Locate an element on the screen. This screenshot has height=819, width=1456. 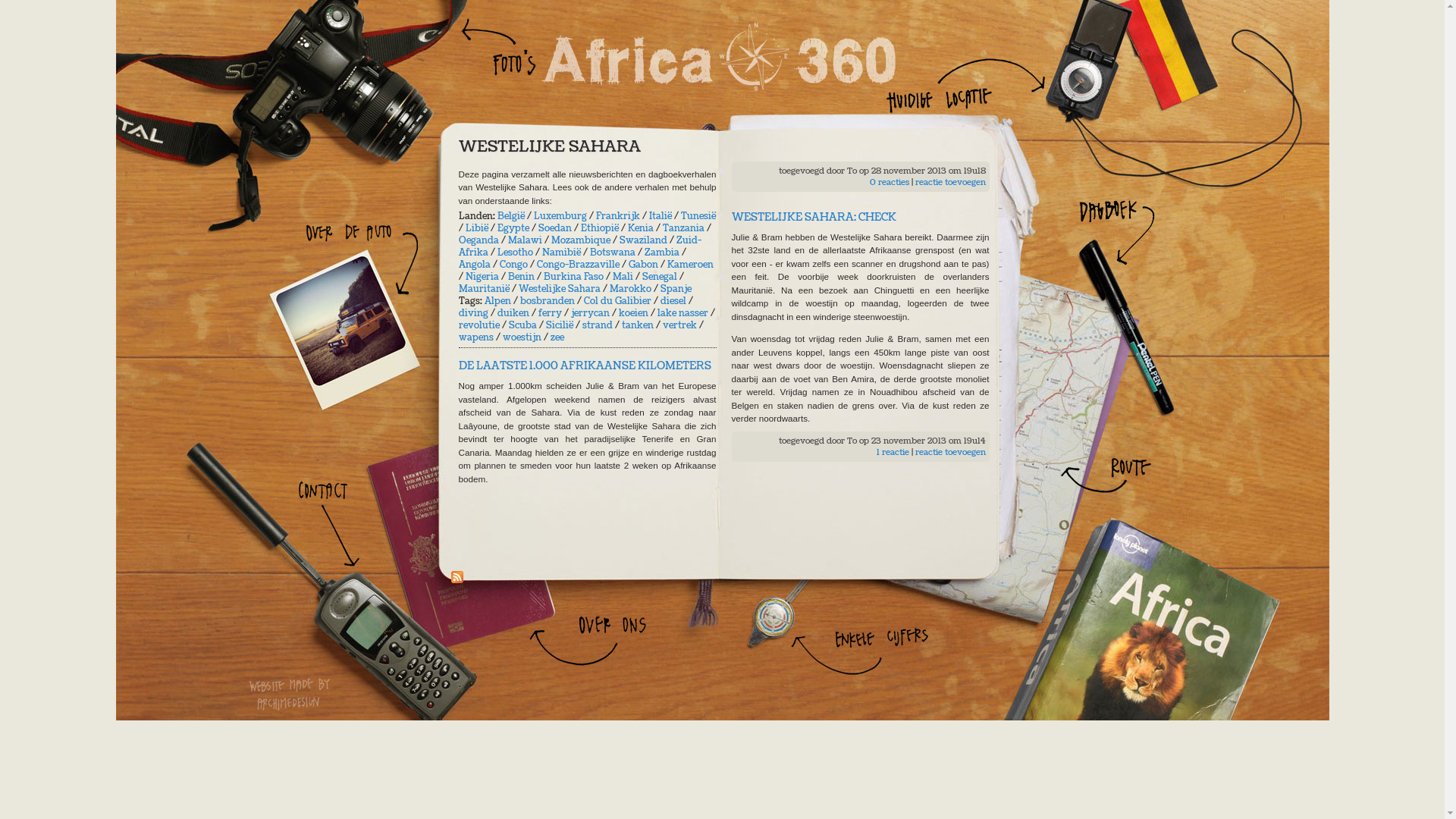
'Home' is located at coordinates (716, 55).